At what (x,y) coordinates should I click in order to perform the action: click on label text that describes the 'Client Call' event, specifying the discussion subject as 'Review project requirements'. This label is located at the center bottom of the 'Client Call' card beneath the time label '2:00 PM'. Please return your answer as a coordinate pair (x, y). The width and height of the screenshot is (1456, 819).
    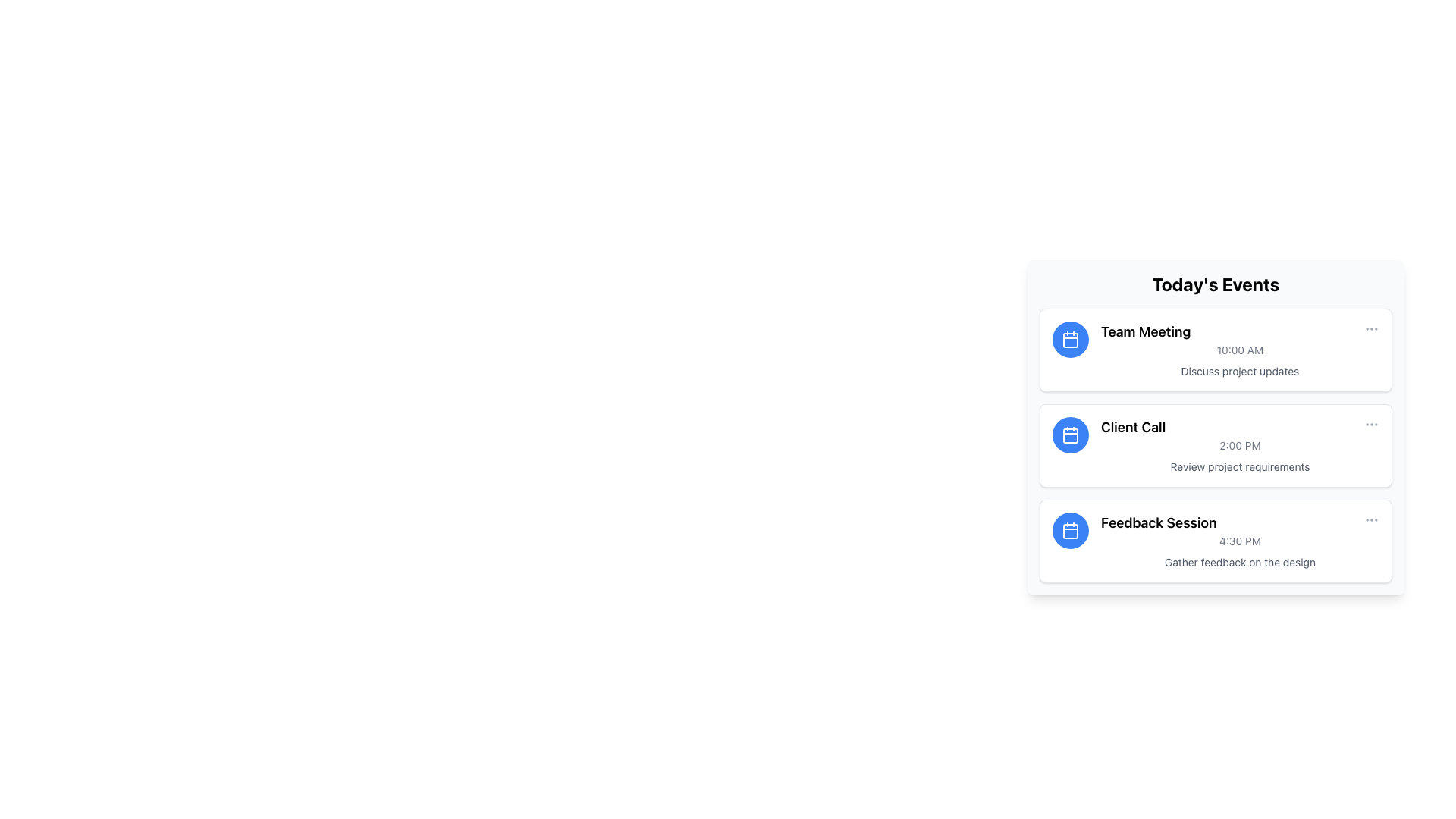
    Looking at the image, I should click on (1240, 466).